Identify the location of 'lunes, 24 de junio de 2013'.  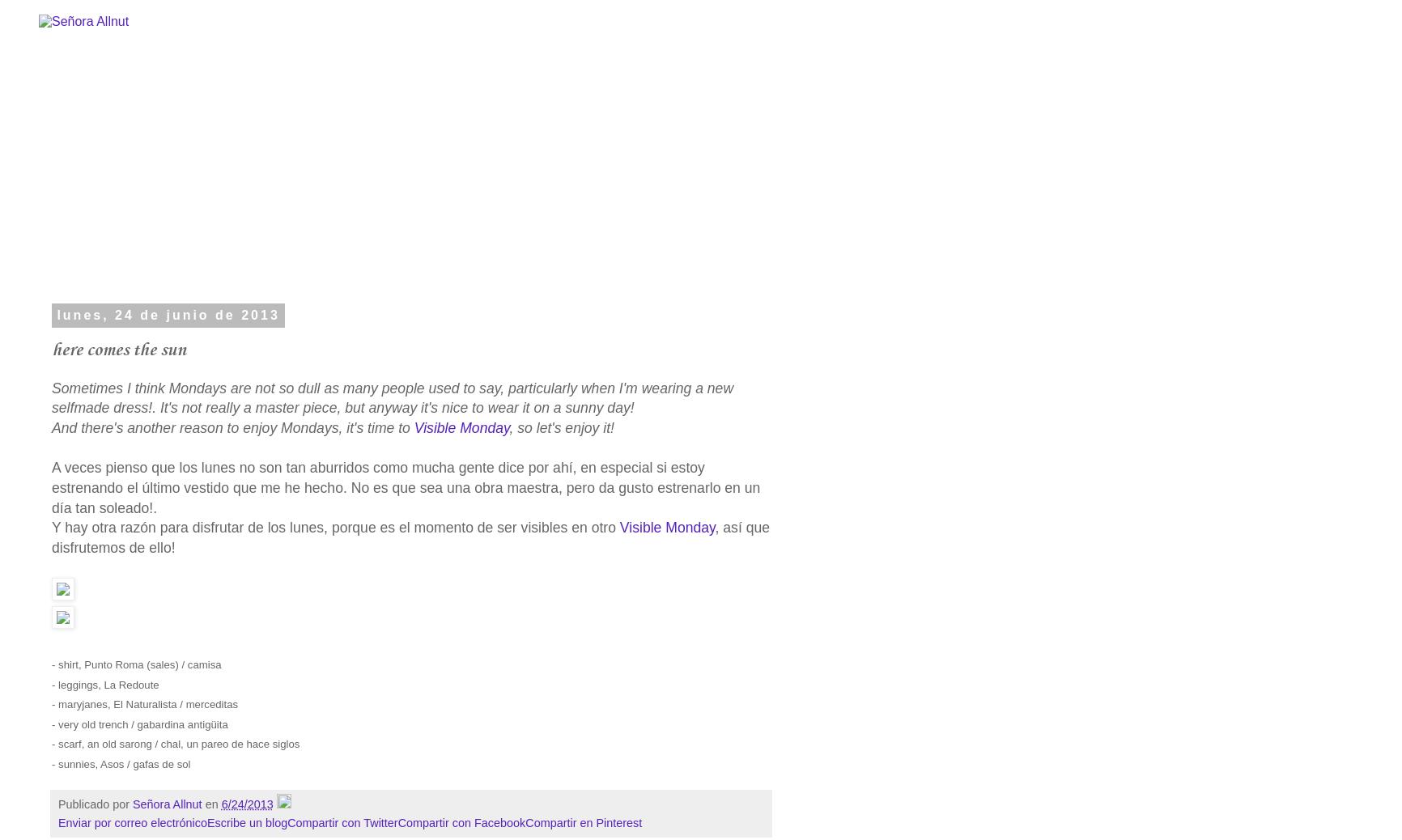
(168, 315).